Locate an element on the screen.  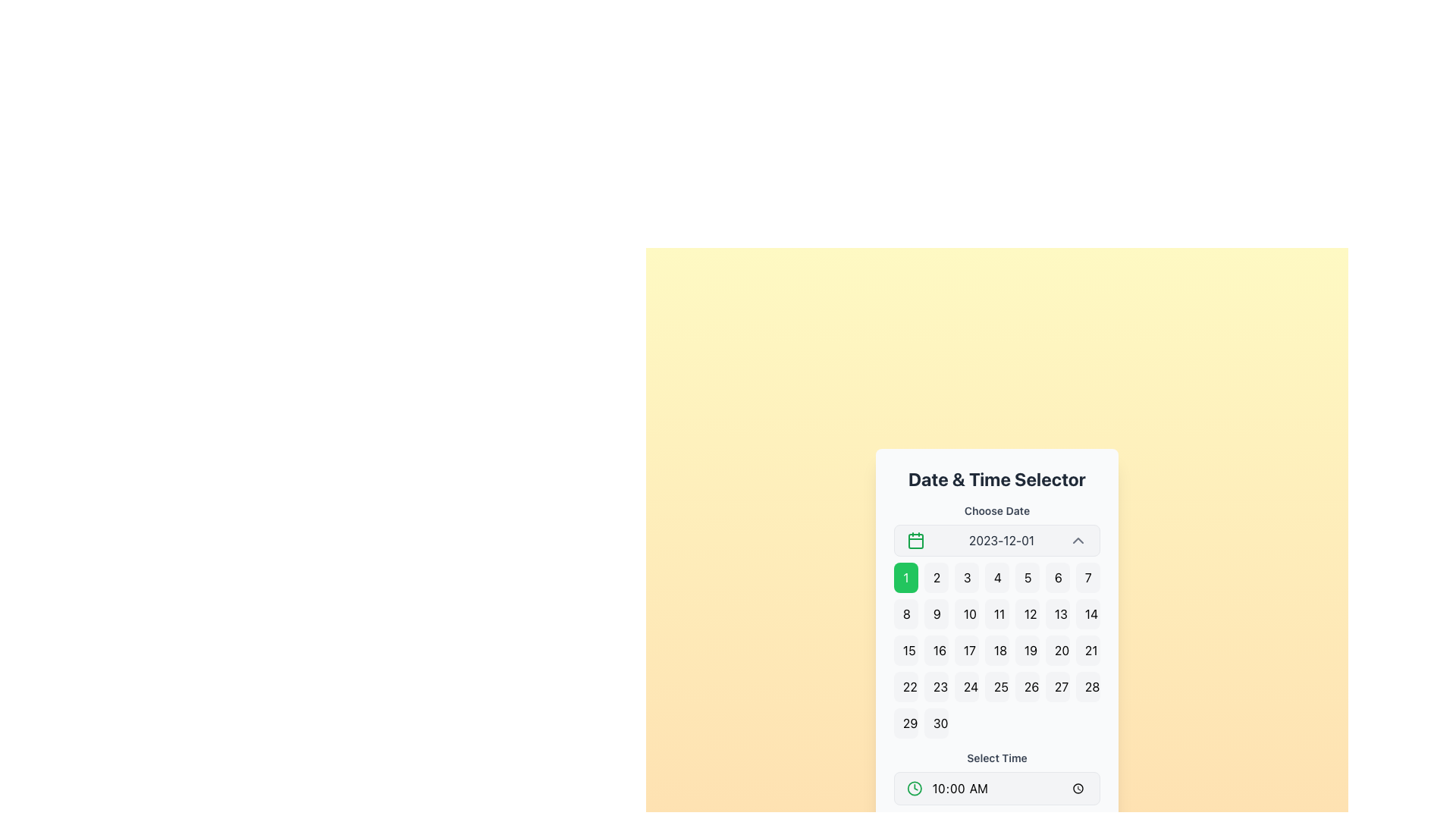
the selectable date button in the calendar interface, which is the fifth item in the first row is located at coordinates (1027, 578).